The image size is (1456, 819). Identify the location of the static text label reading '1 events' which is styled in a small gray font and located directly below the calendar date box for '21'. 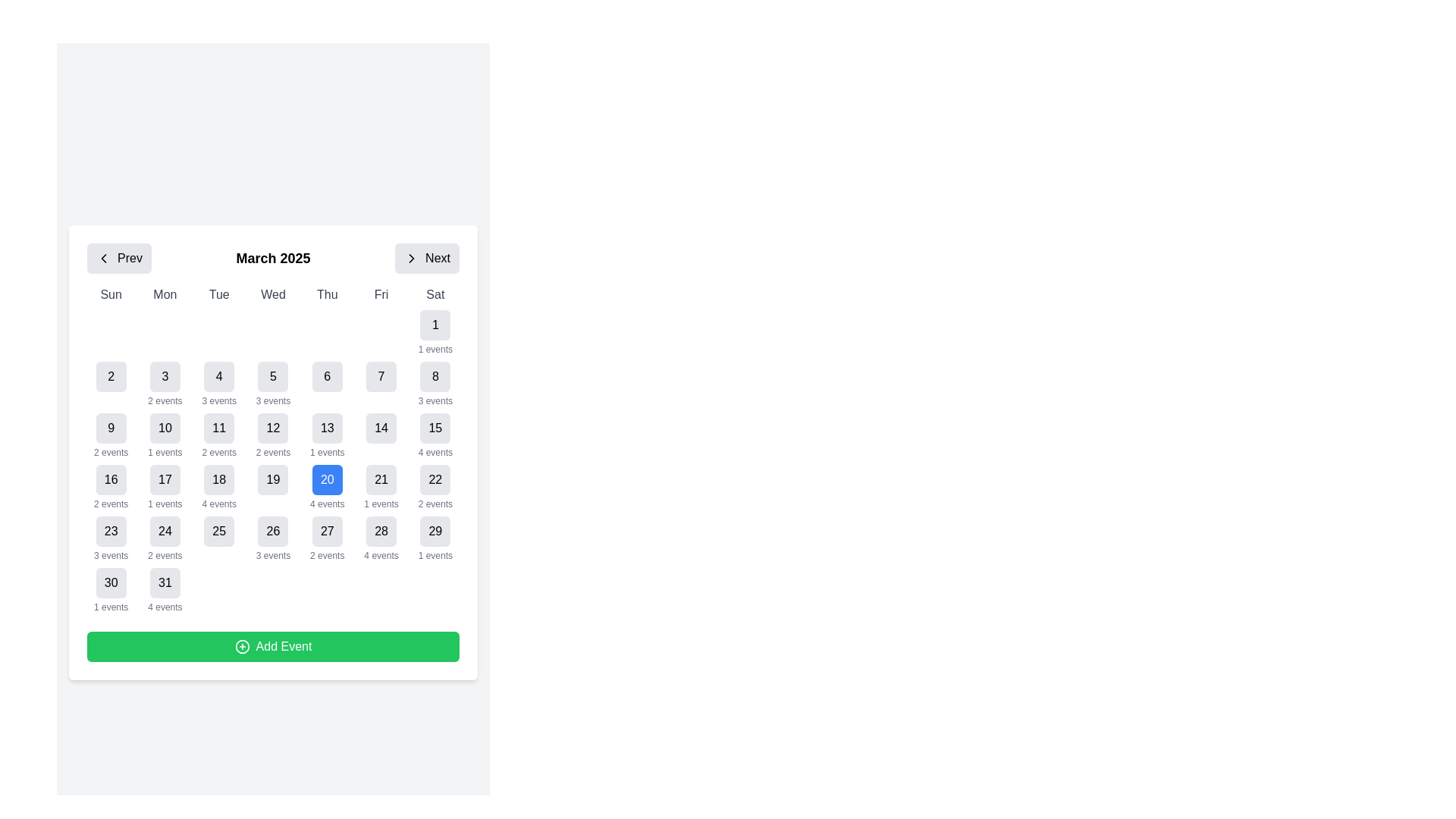
(381, 504).